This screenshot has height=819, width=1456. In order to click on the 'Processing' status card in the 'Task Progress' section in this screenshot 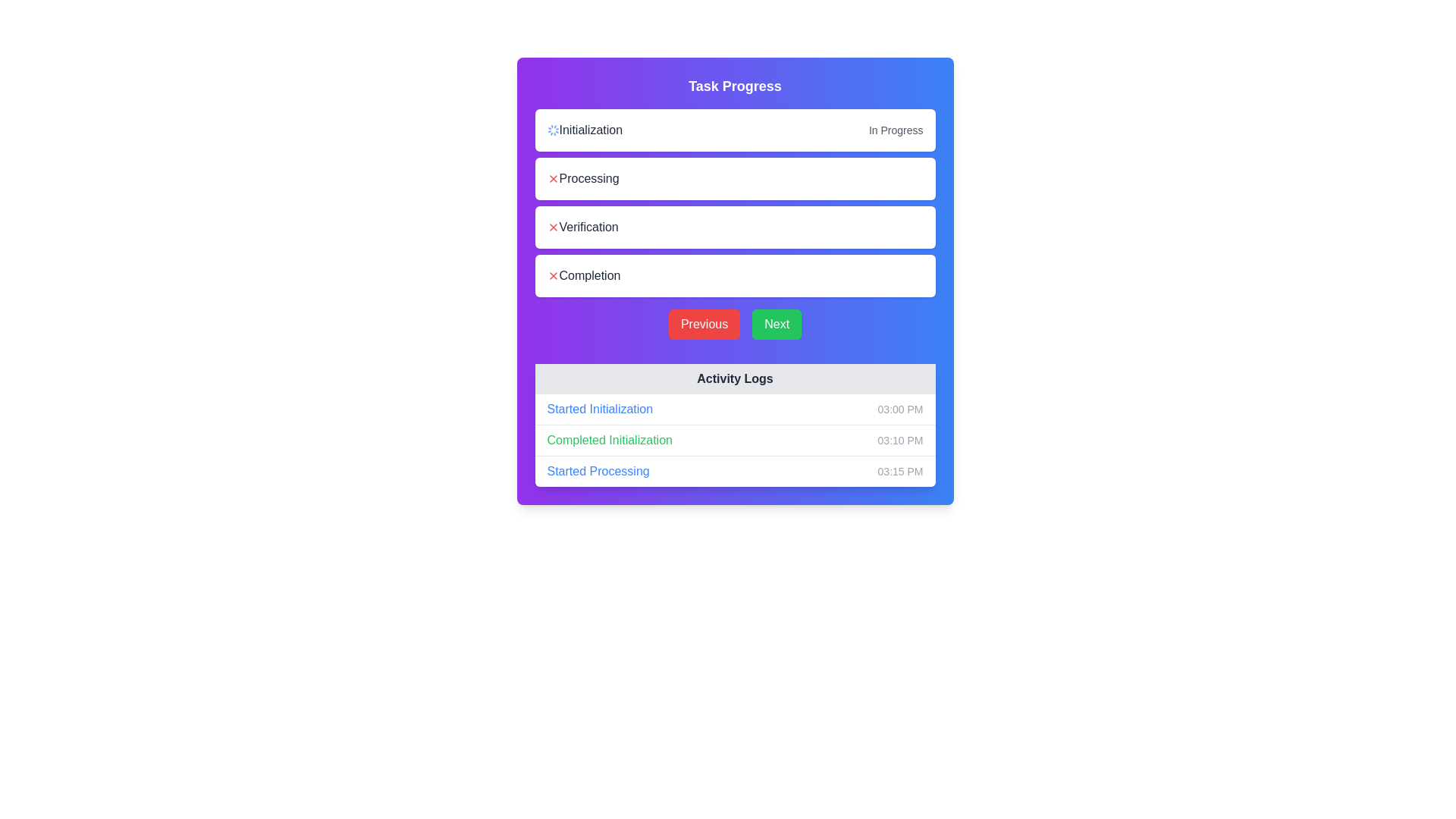, I will do `click(735, 177)`.